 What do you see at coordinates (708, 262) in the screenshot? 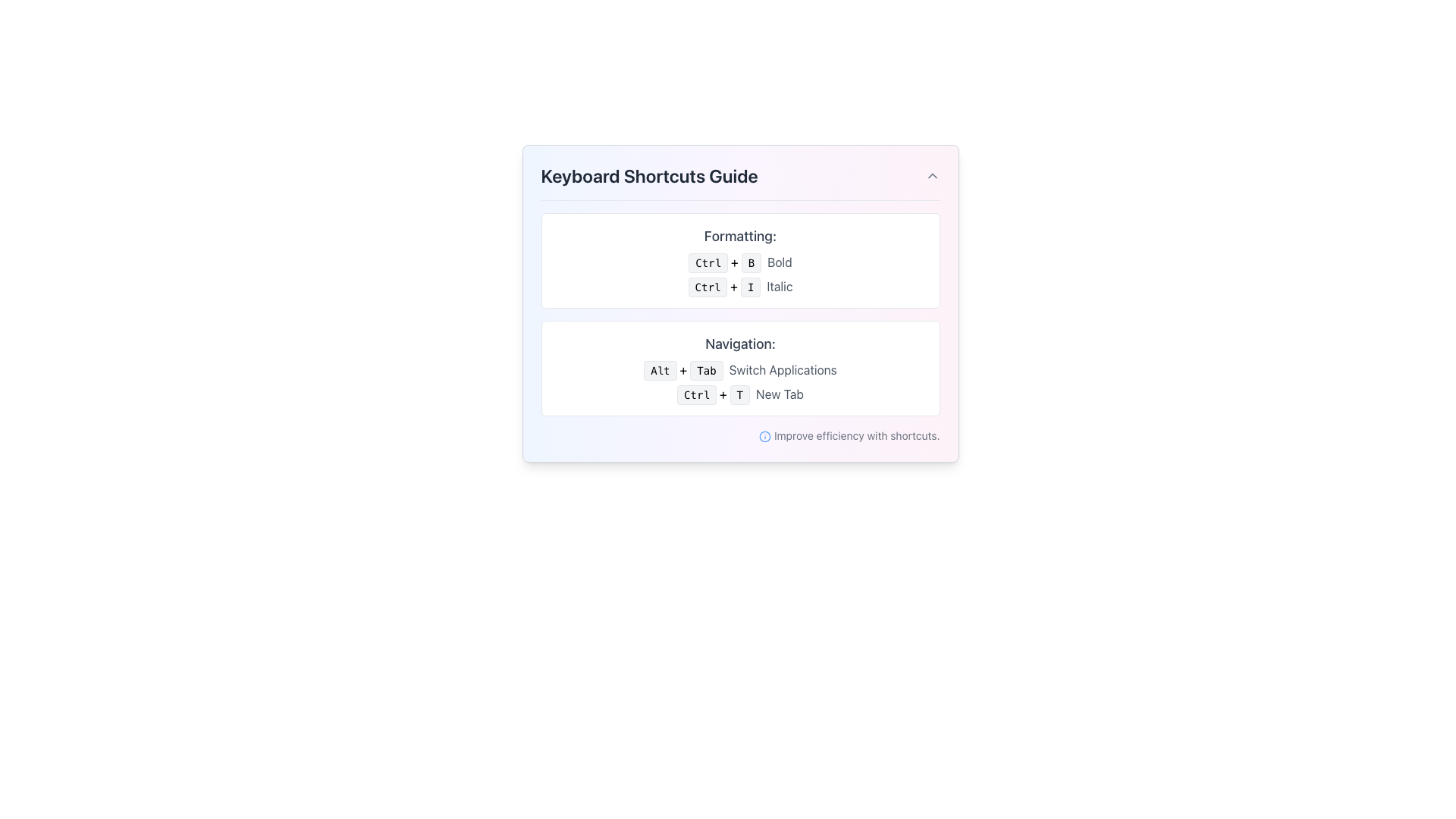
I see `the 'Ctrl' key label in the keyboard shortcut guide which is part of the 'Ctrl + B Bold' sequence, located to the left of the '+' sign` at bounding box center [708, 262].